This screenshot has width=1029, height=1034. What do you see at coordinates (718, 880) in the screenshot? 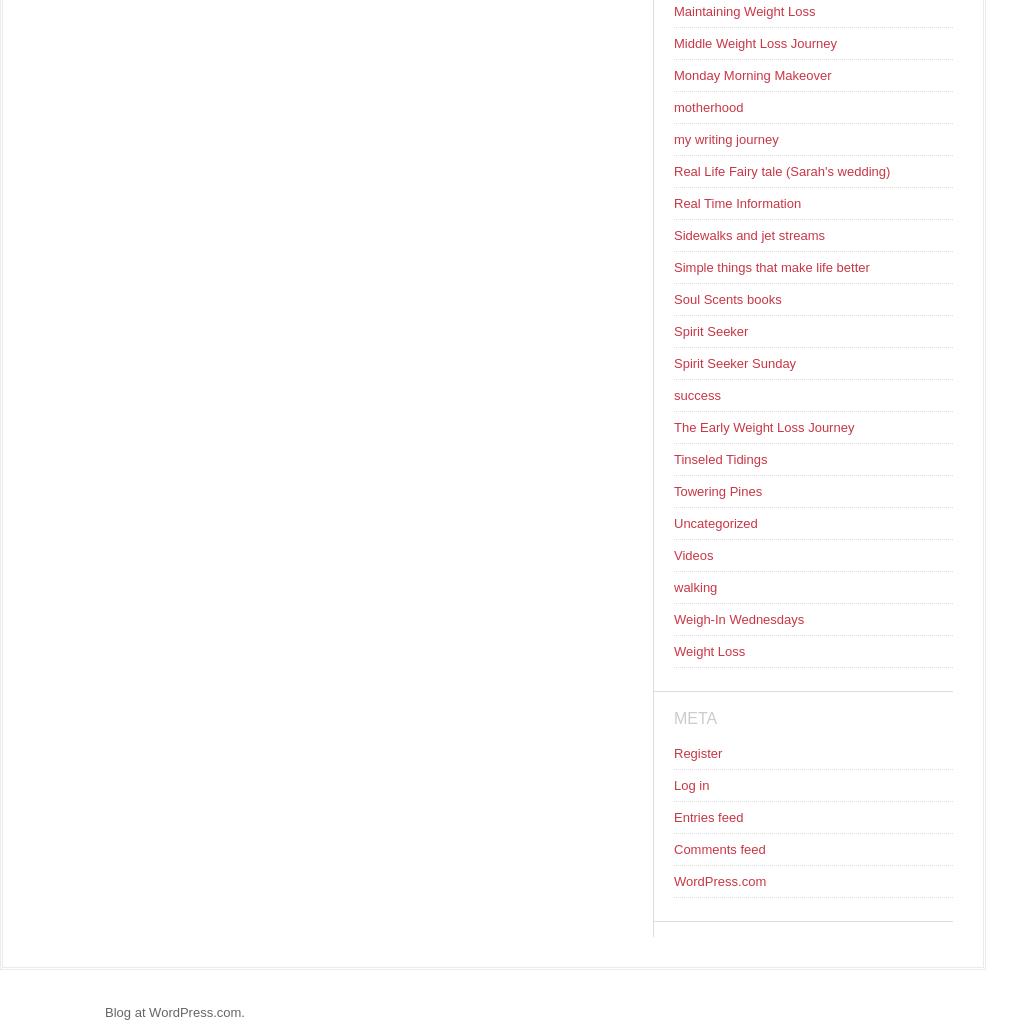
I see `'WordPress.com'` at bounding box center [718, 880].